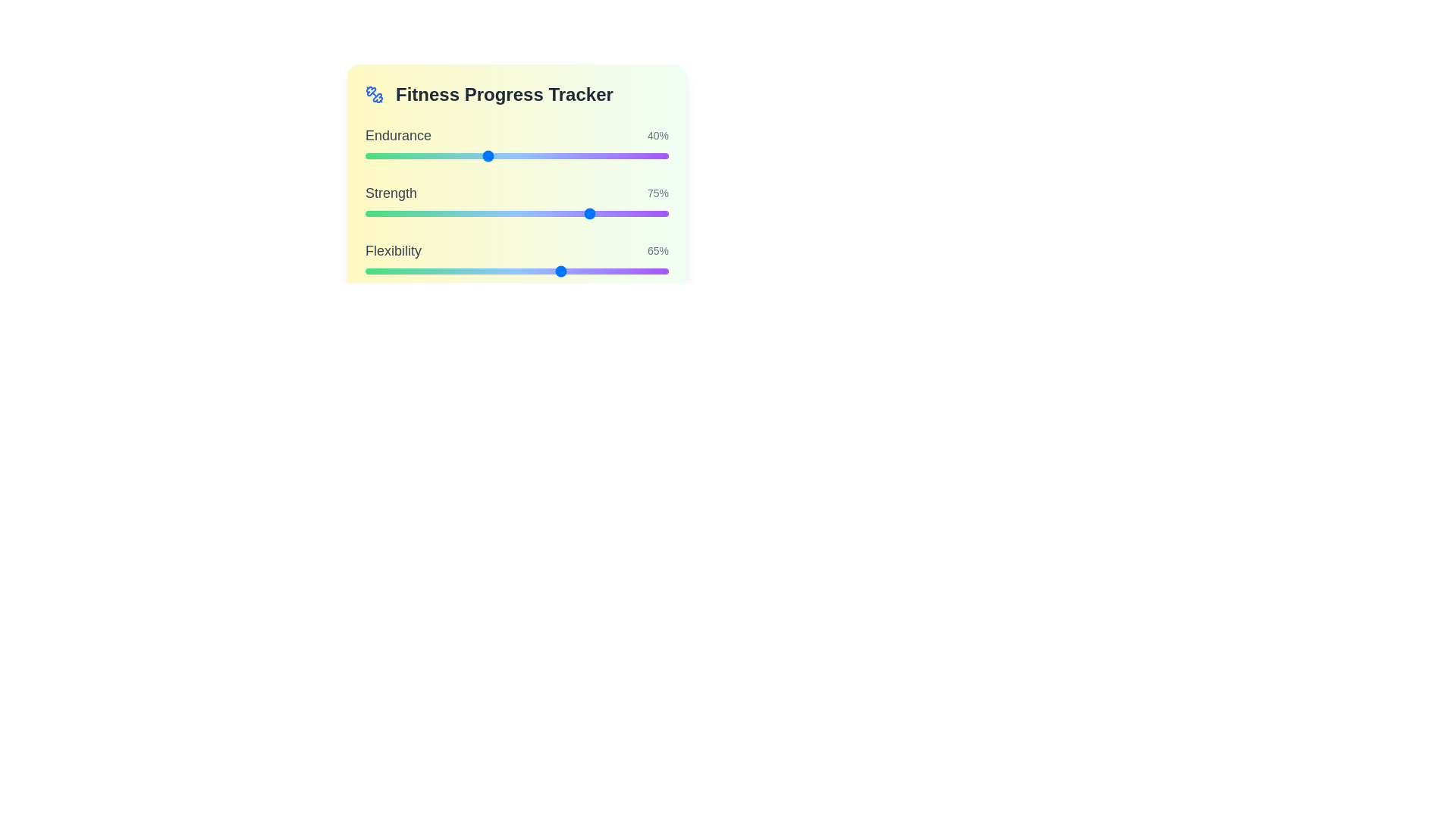  What do you see at coordinates (567, 271) in the screenshot?
I see `flexibility percentage` at bounding box center [567, 271].